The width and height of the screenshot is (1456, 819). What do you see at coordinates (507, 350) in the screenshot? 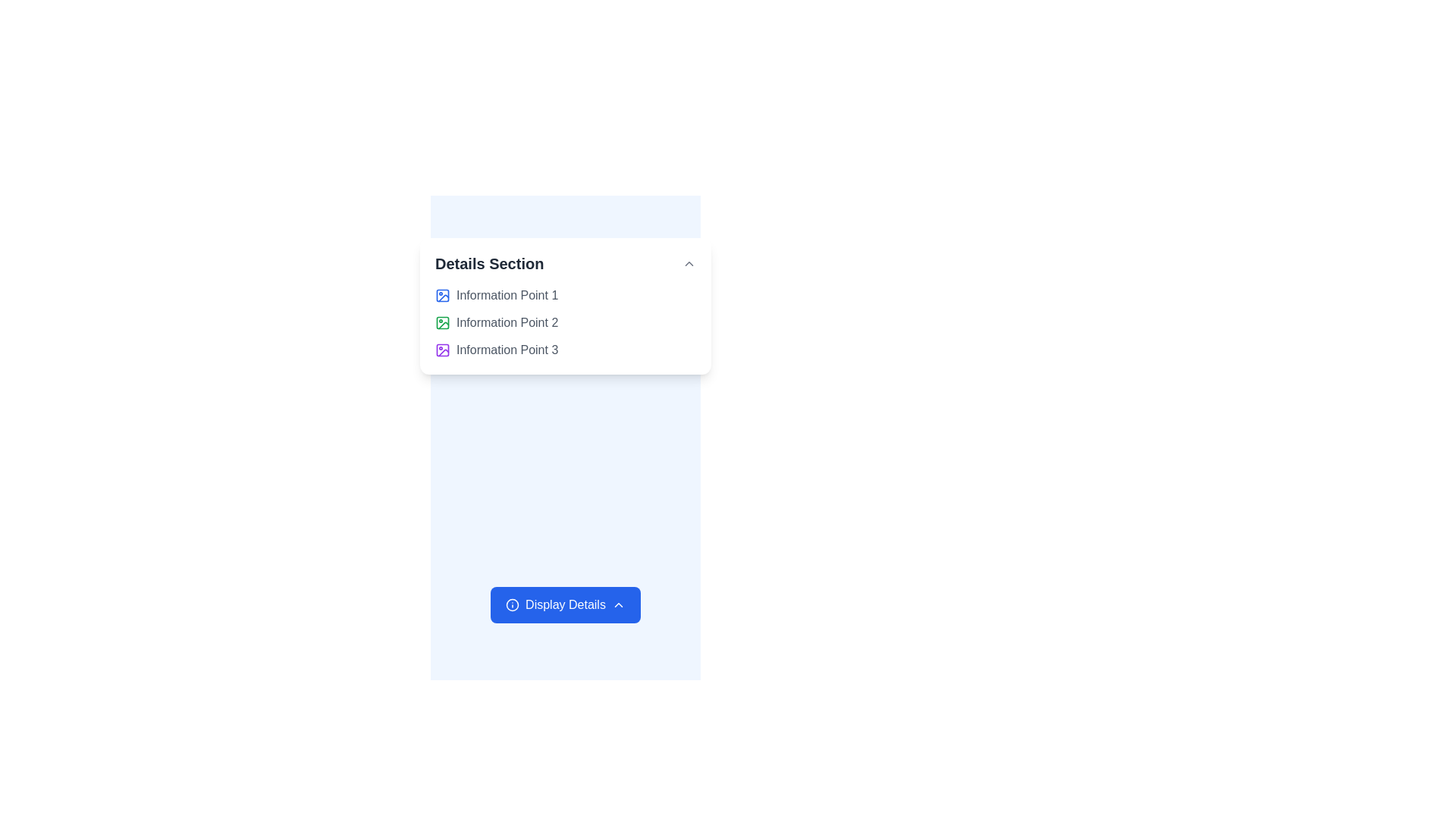
I see `text label displaying 'Information Point 3' which is located at the bottom of the list under the 'Details Section', next to a purple icon` at bounding box center [507, 350].